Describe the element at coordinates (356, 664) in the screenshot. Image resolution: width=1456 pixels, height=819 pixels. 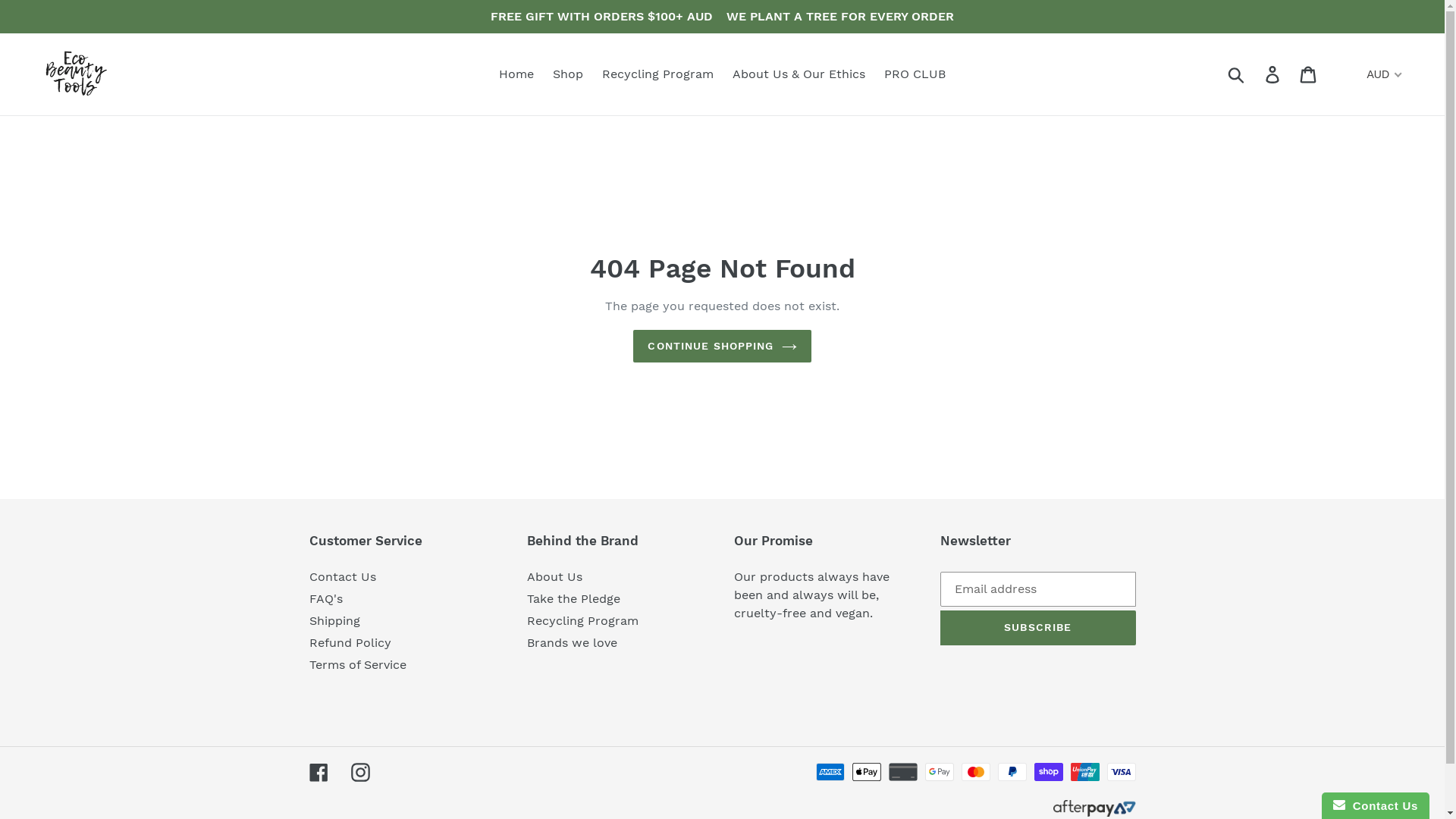
I see `'Terms of Service'` at that location.